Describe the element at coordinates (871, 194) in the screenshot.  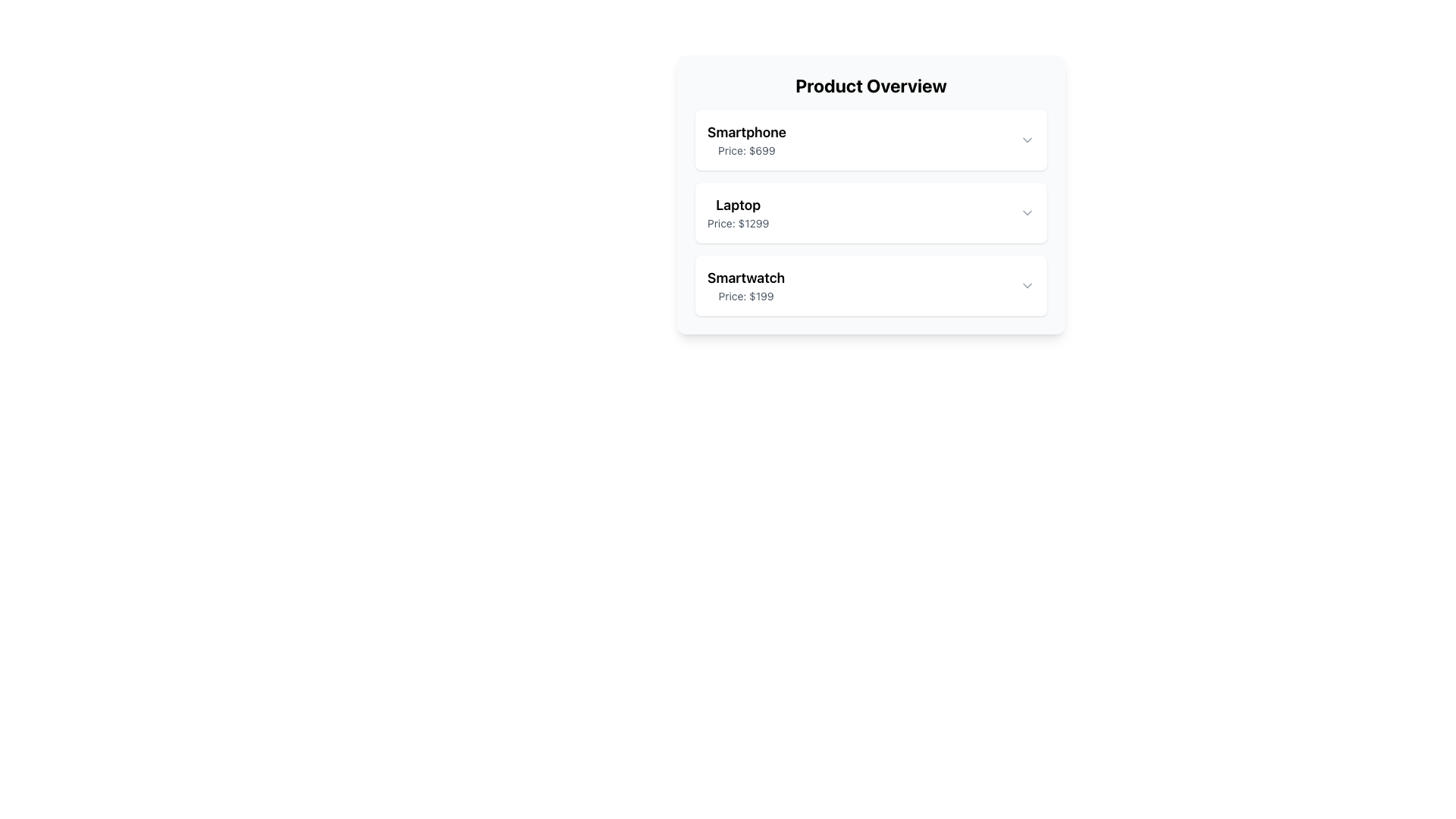
I see `the product card displaying 'Laptop' with price '$1299'` at that location.